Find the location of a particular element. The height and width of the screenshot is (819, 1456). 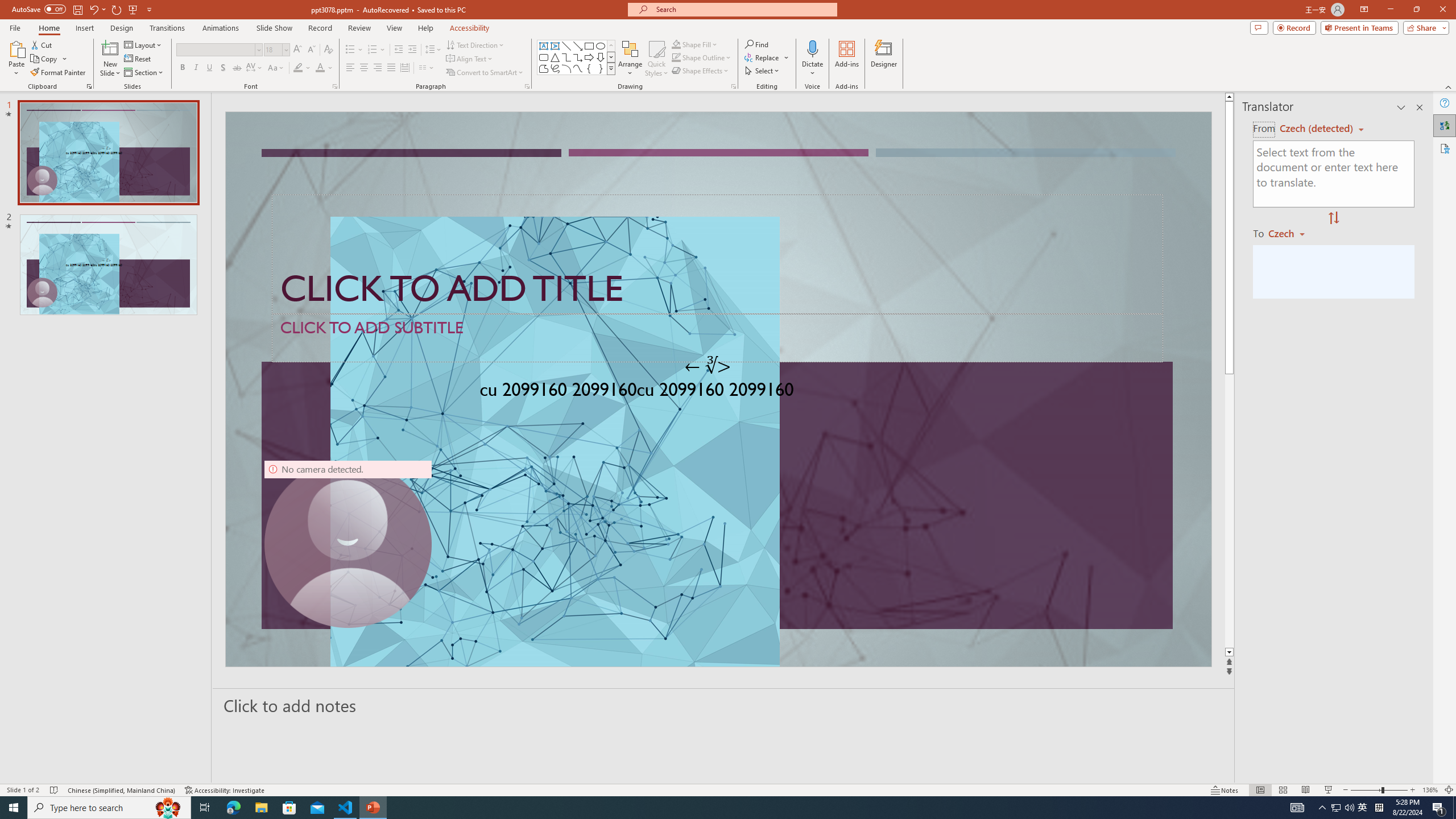

'Czech (detected)' is located at coordinates (1317, 128).